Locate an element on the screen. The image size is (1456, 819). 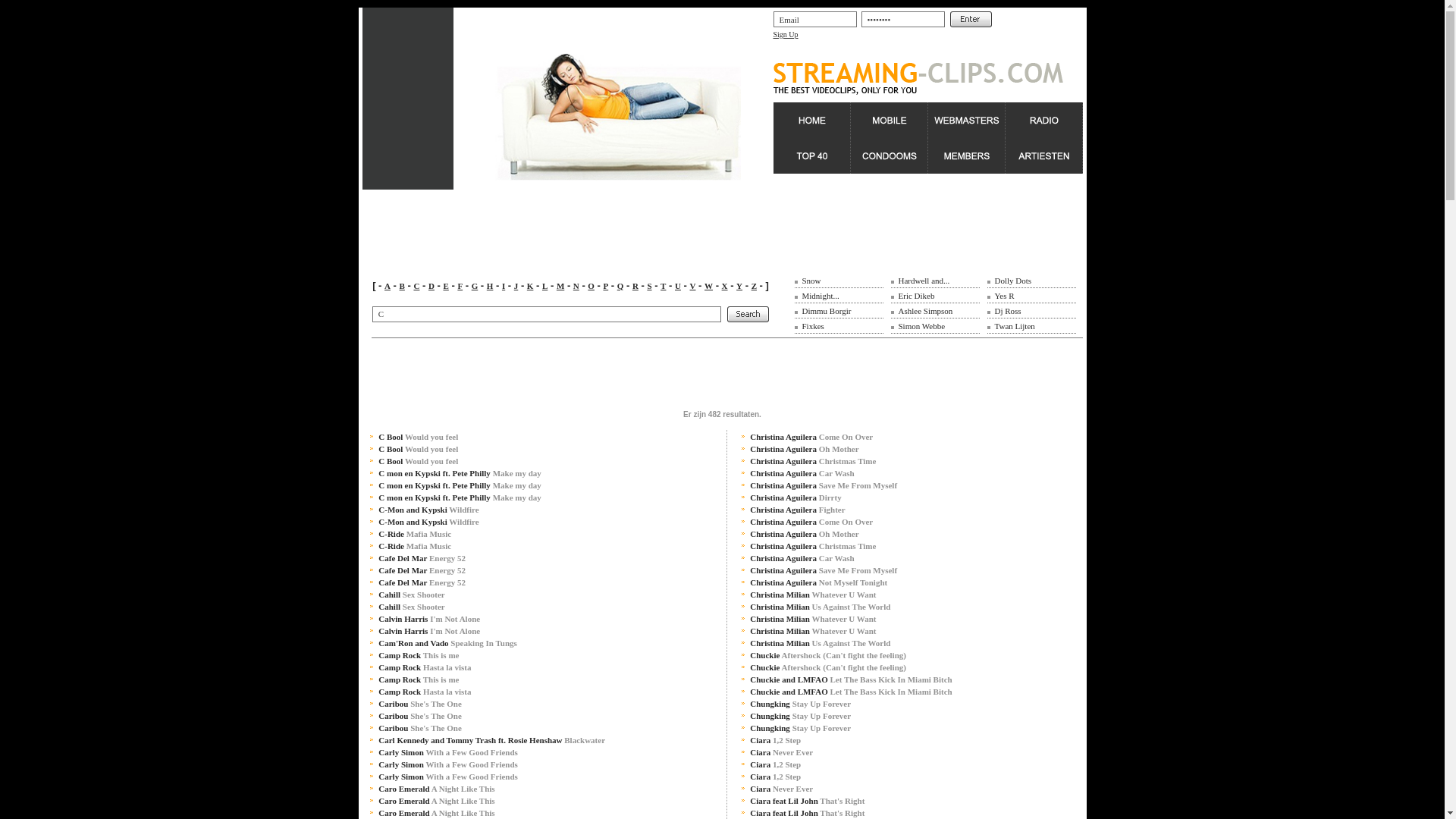
'Y' is located at coordinates (736, 286).